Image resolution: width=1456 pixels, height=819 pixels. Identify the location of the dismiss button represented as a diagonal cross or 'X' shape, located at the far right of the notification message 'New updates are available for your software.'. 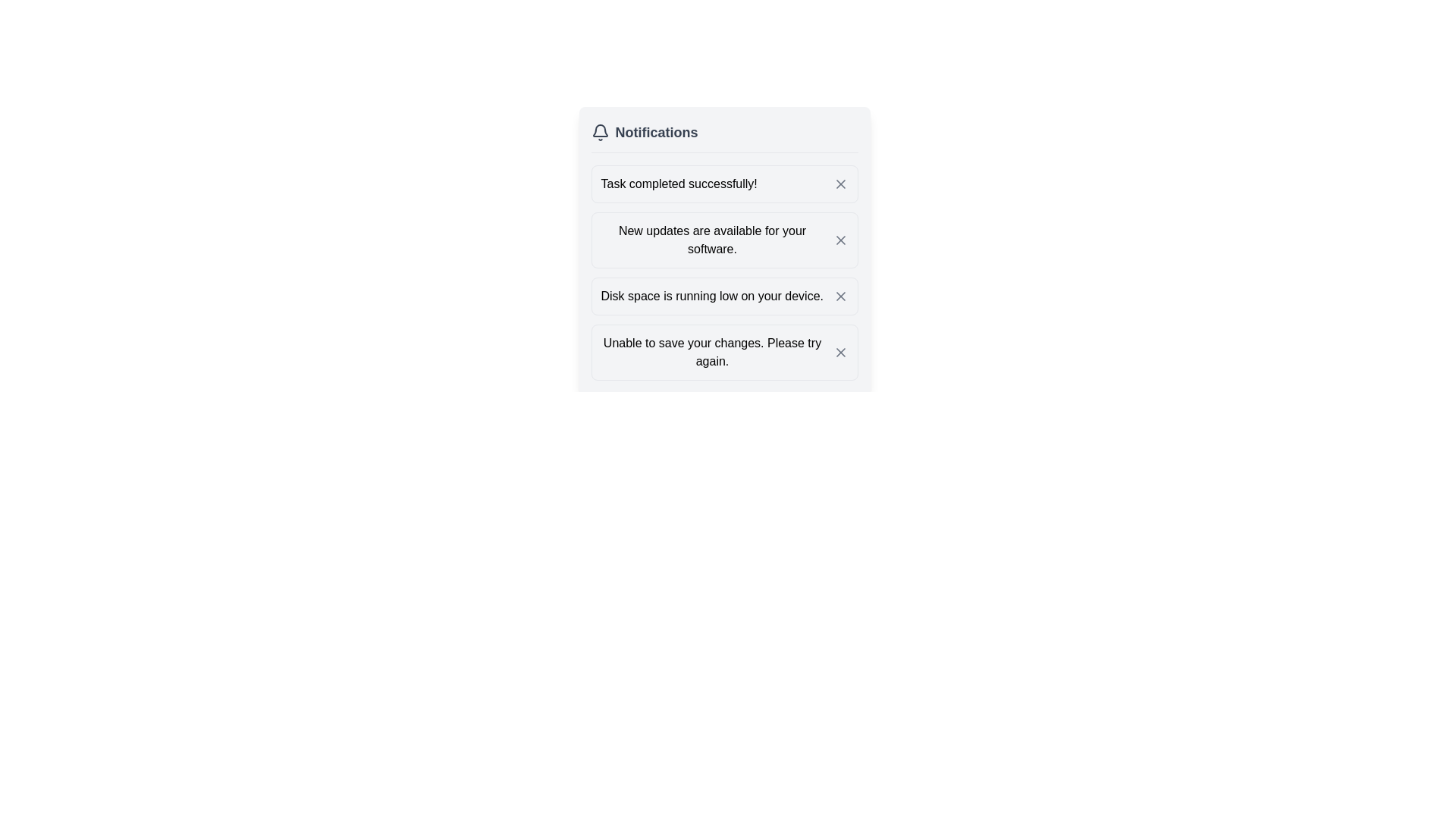
(839, 239).